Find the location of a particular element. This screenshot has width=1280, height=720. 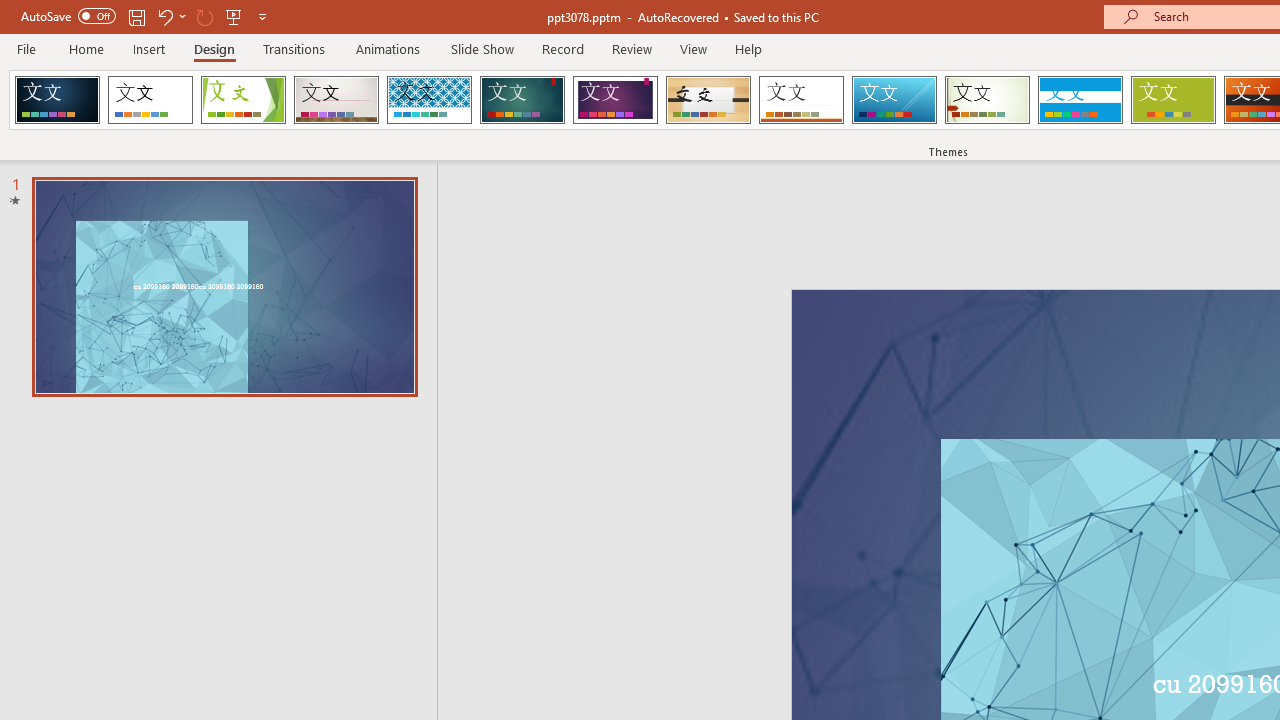

'Organic' is located at coordinates (708, 100).